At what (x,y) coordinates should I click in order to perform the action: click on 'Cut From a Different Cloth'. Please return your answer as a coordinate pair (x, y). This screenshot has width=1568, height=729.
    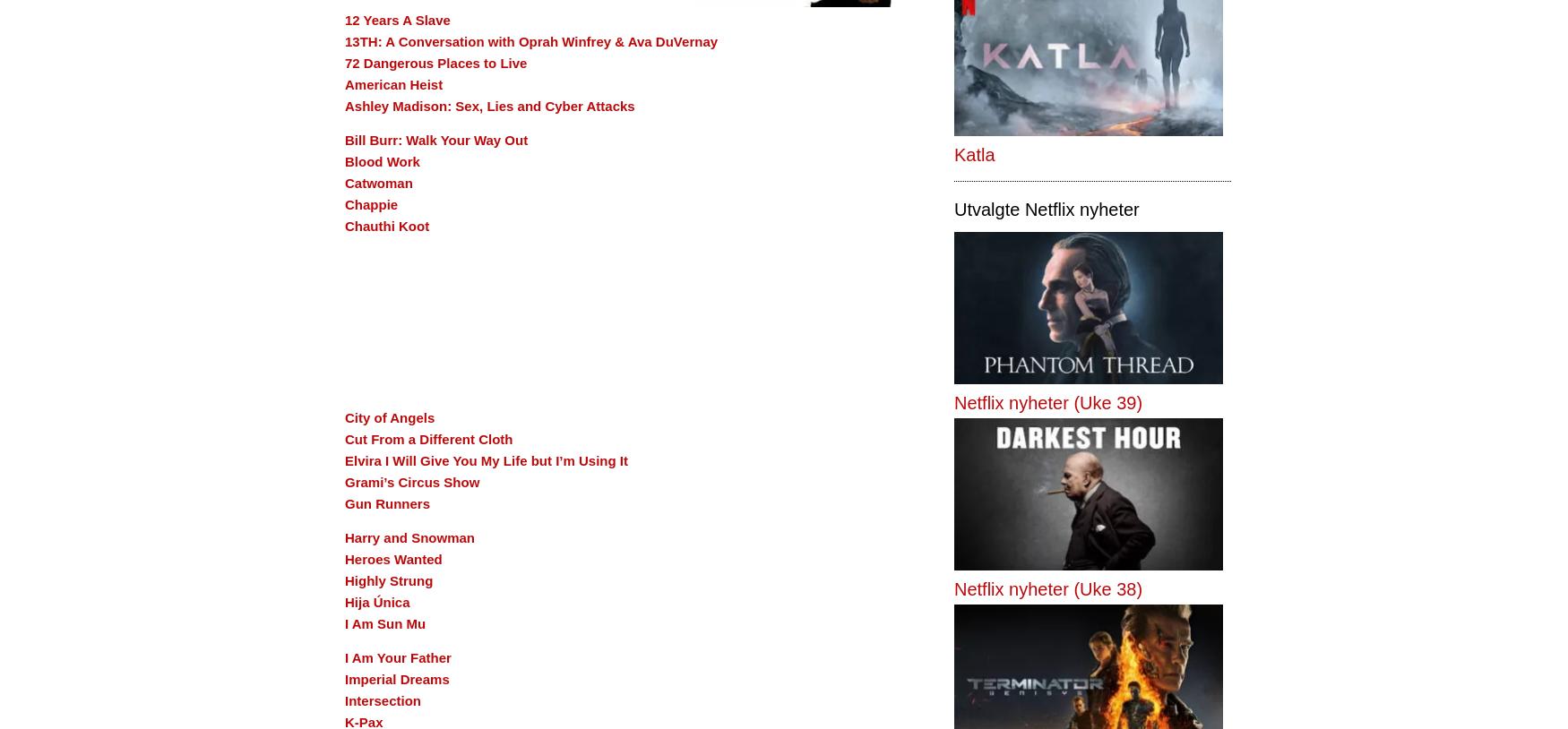
    Looking at the image, I should click on (344, 438).